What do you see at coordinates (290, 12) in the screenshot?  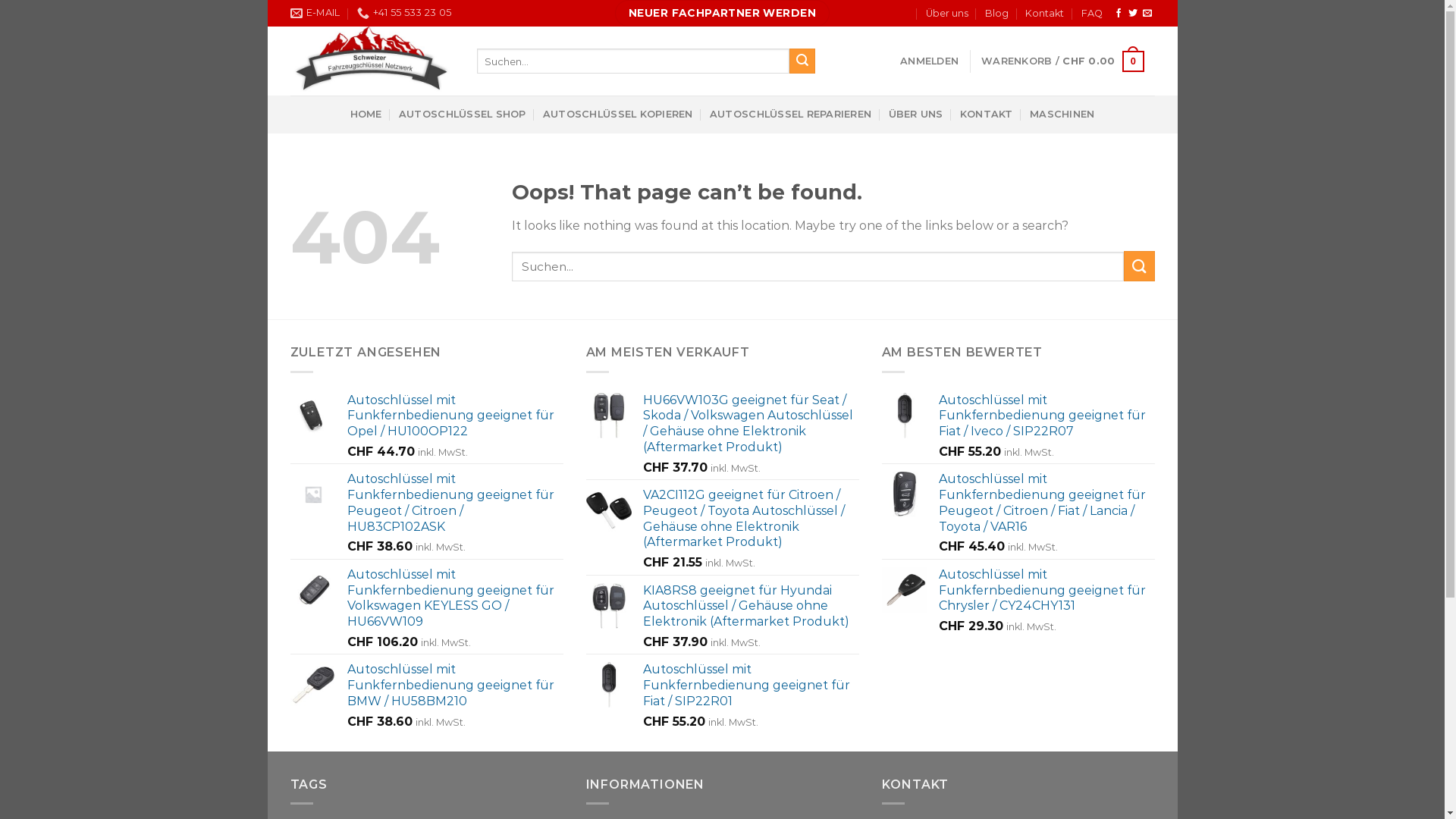 I see `'E-MAIL'` at bounding box center [290, 12].